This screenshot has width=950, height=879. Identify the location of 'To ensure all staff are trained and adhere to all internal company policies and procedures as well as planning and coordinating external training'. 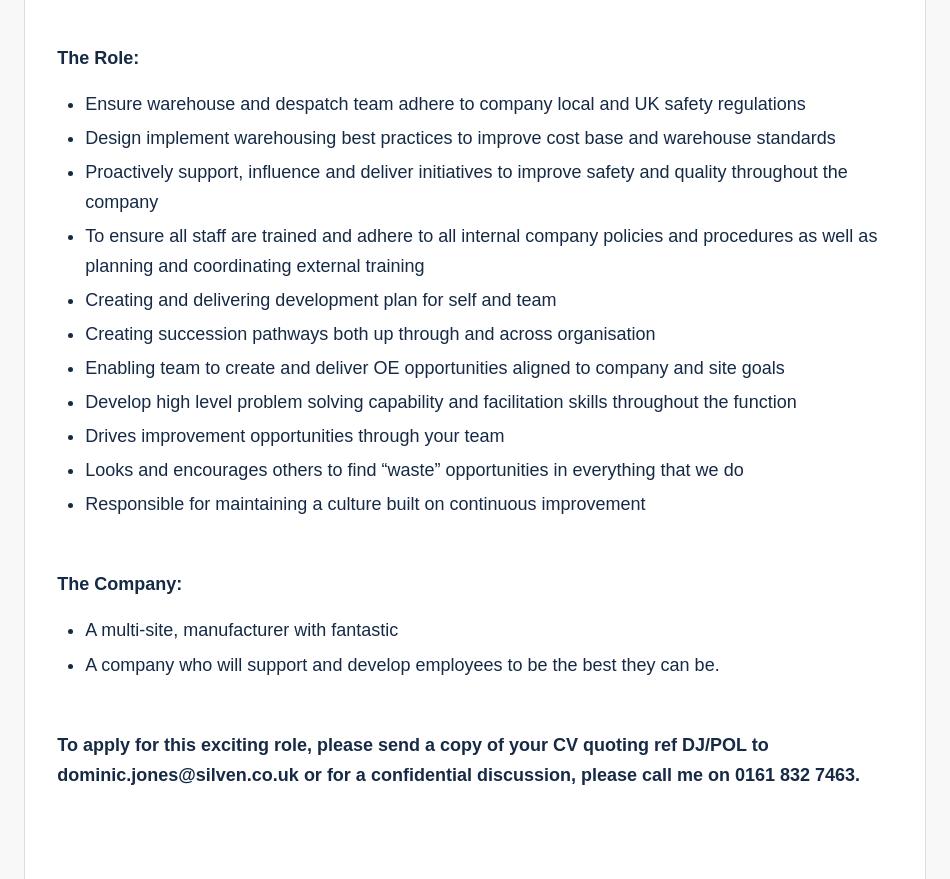
(85, 248).